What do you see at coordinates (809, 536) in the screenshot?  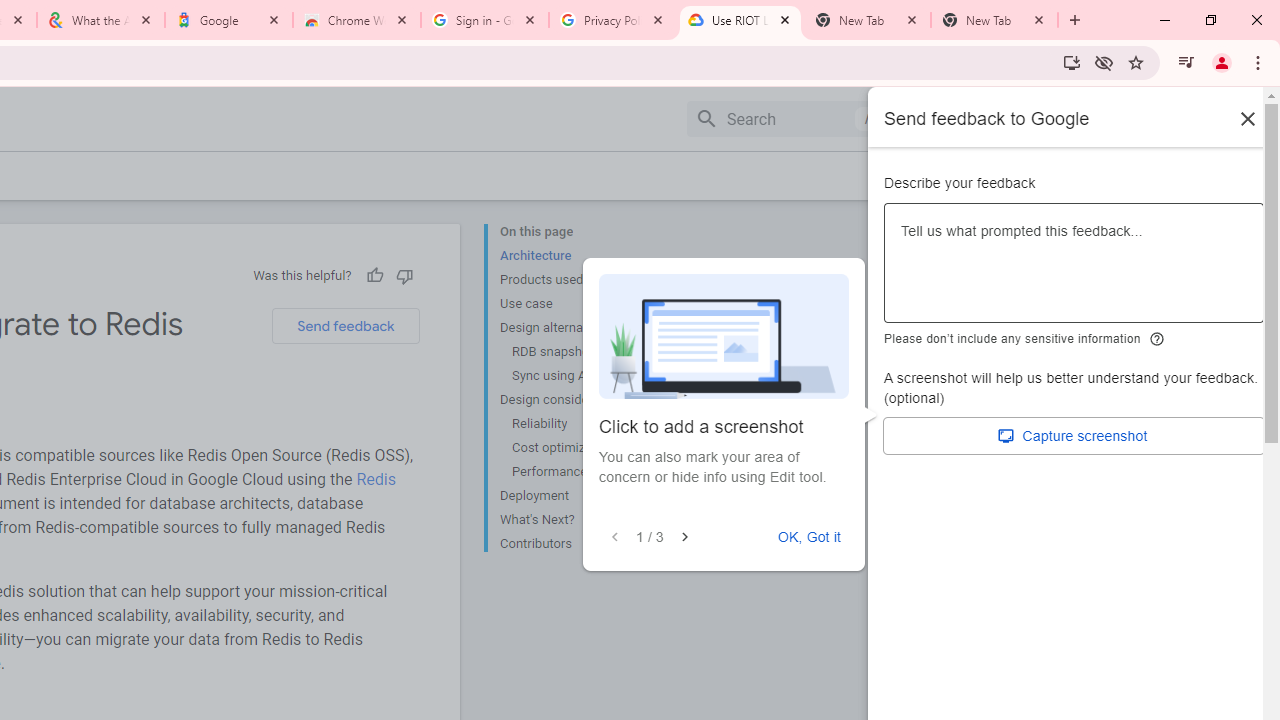 I see `'OK, Got it'` at bounding box center [809, 536].